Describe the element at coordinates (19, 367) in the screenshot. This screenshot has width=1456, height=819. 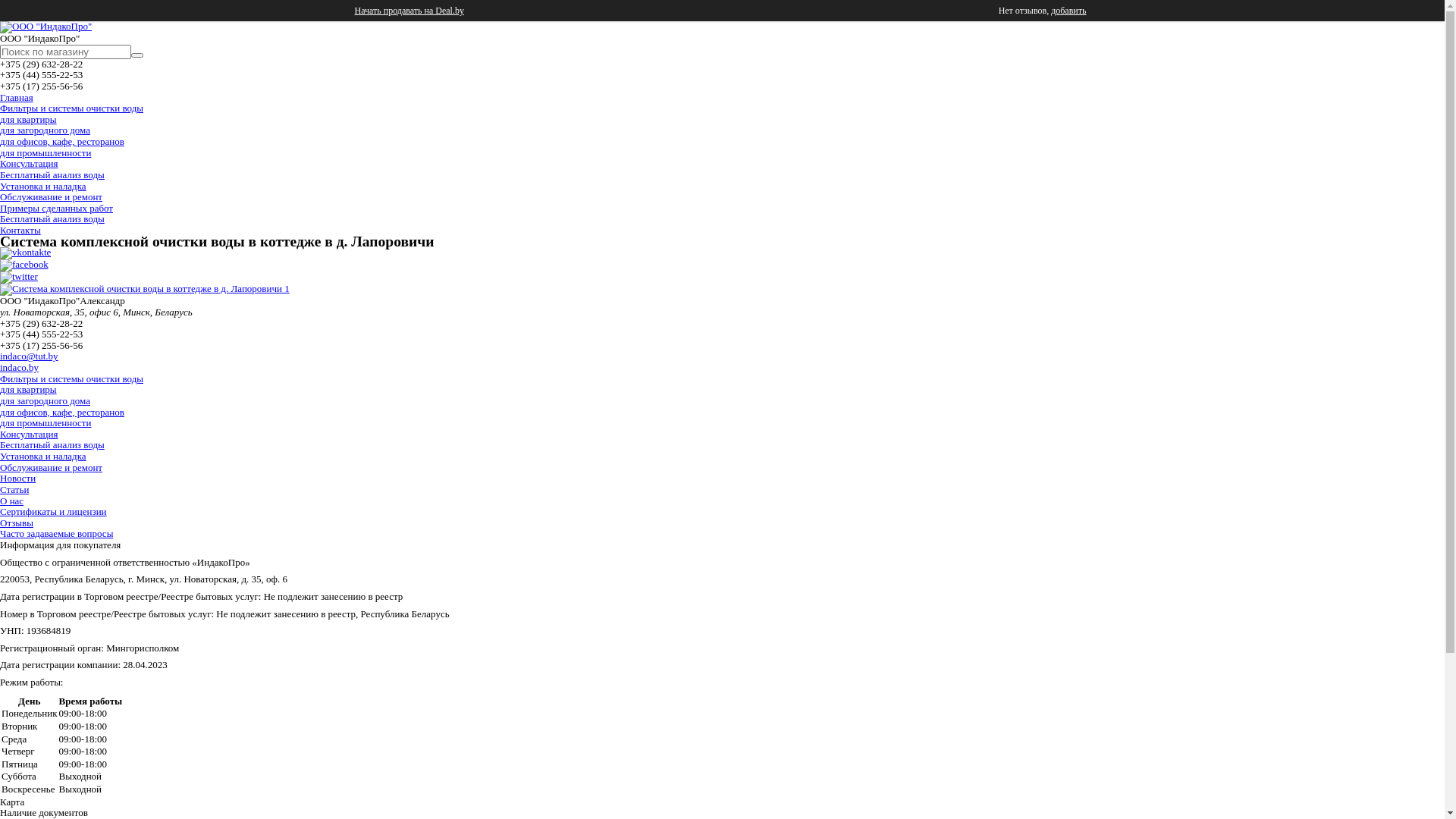
I see `'indaco.by'` at that location.